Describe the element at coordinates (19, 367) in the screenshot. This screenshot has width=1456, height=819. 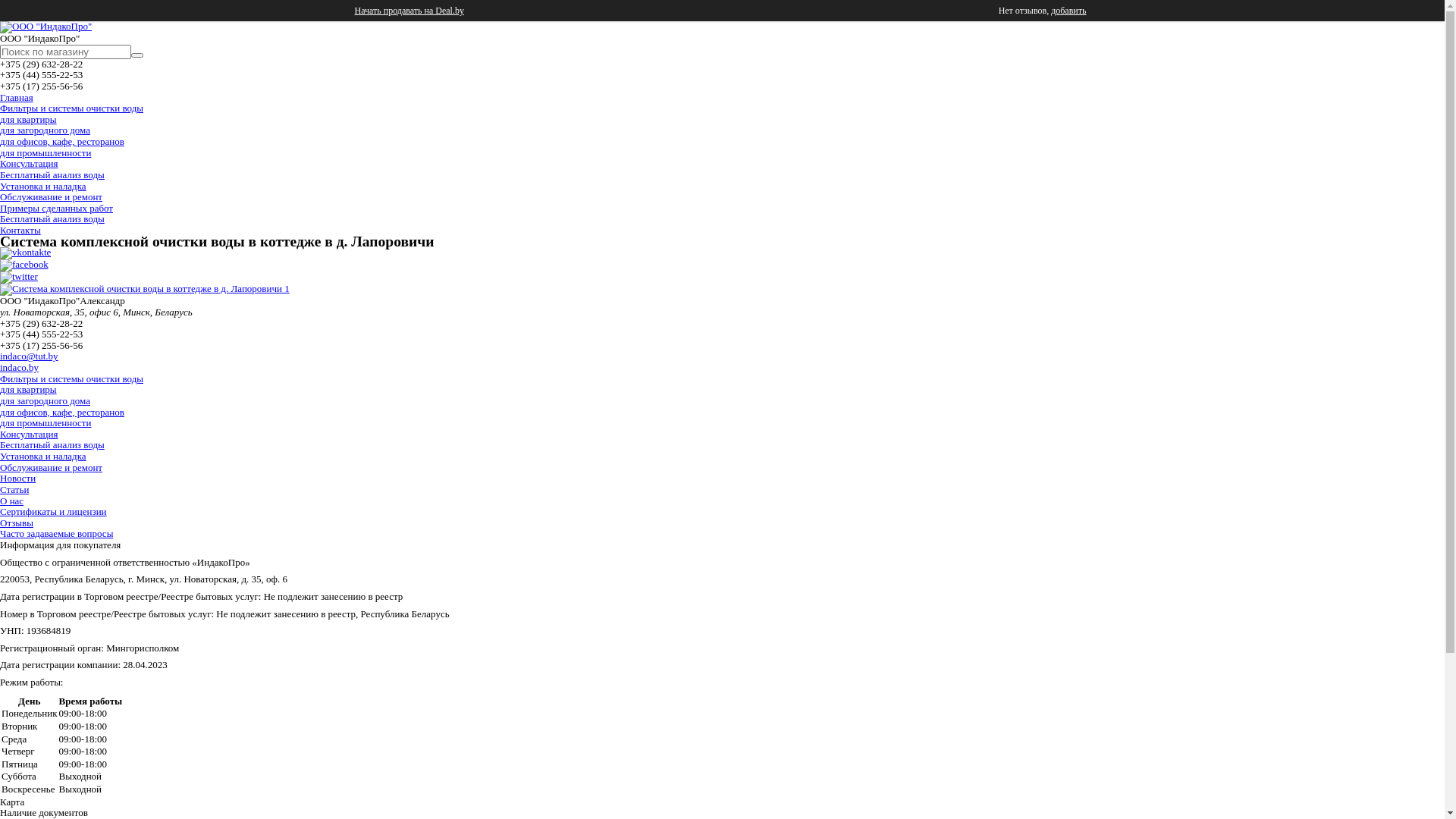
I see `'indaco.by'` at that location.